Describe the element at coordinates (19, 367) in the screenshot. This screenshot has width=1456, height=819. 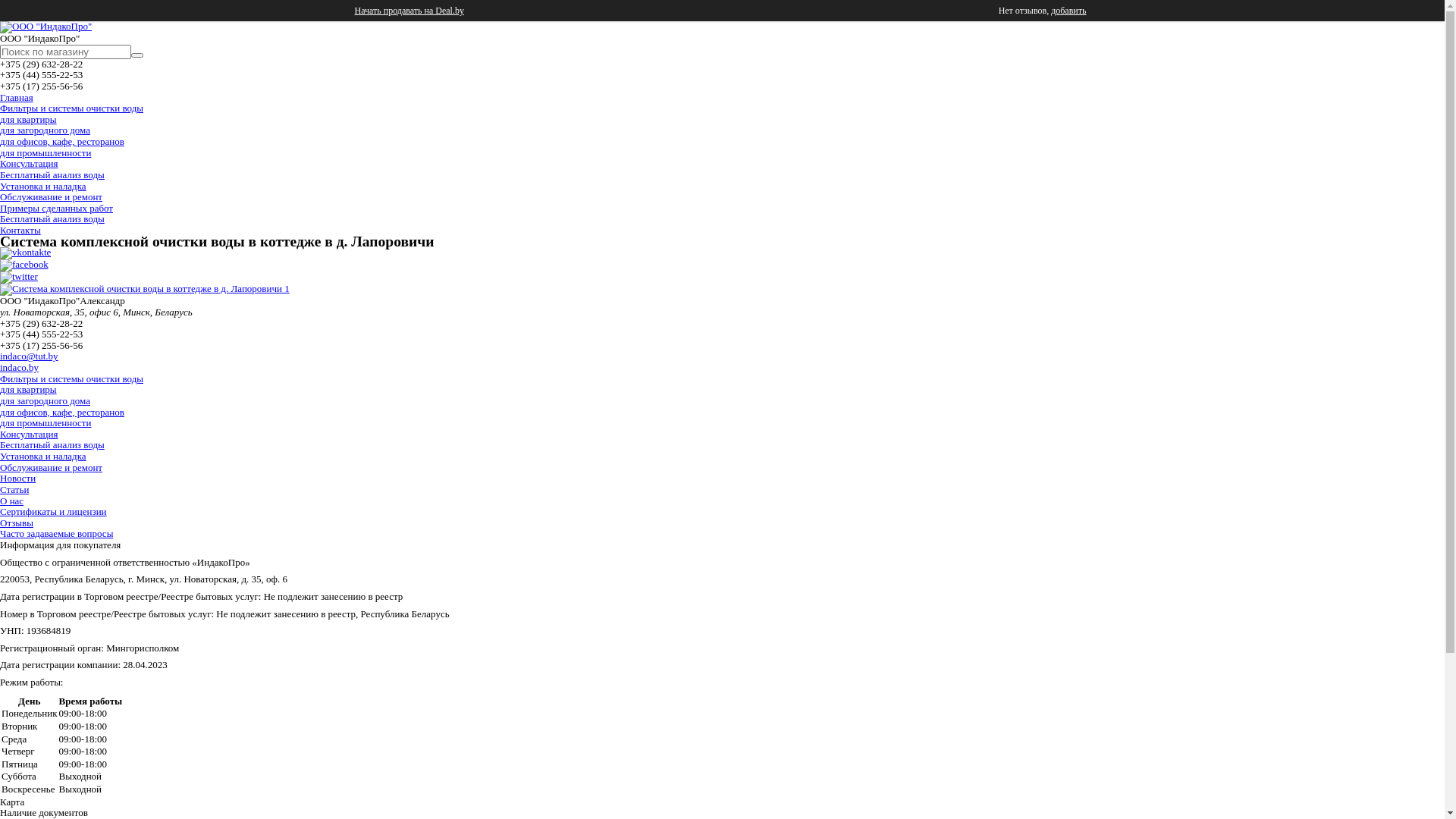
I see `'indaco.by'` at that location.